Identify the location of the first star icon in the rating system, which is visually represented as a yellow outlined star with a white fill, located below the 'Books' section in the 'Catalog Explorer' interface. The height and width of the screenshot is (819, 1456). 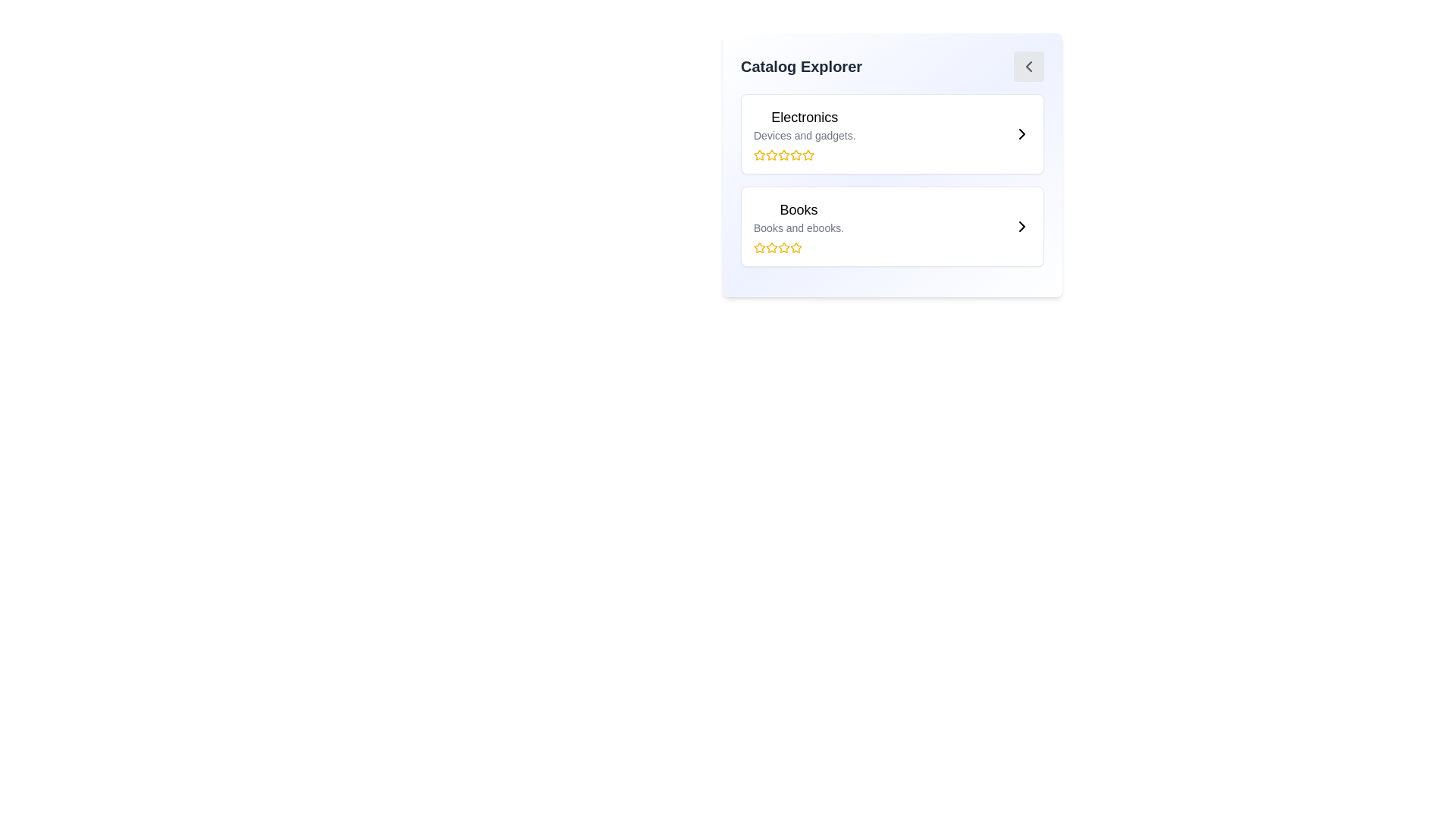
(760, 246).